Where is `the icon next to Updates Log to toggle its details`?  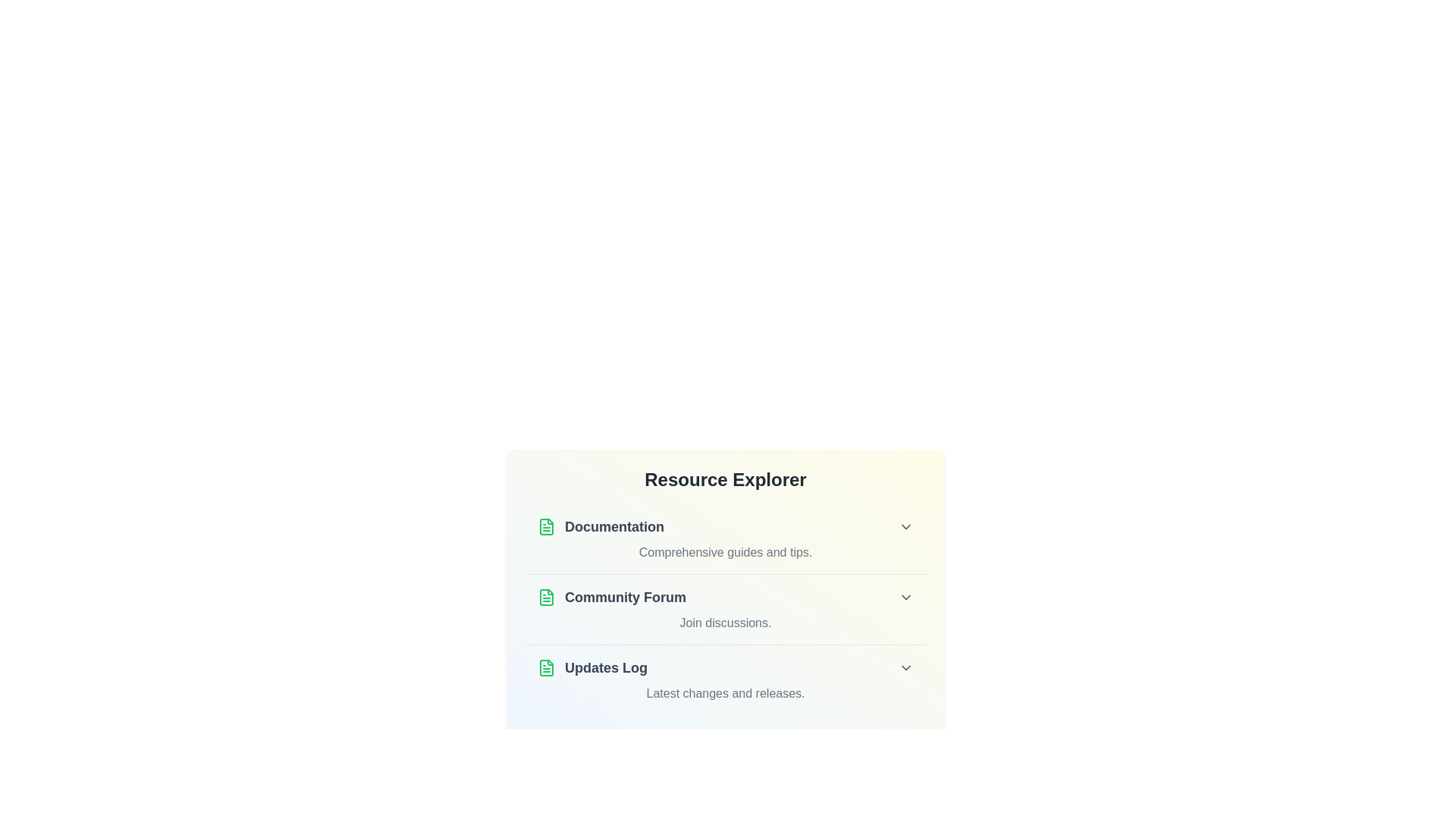 the icon next to Updates Log to toggle its details is located at coordinates (546, 667).